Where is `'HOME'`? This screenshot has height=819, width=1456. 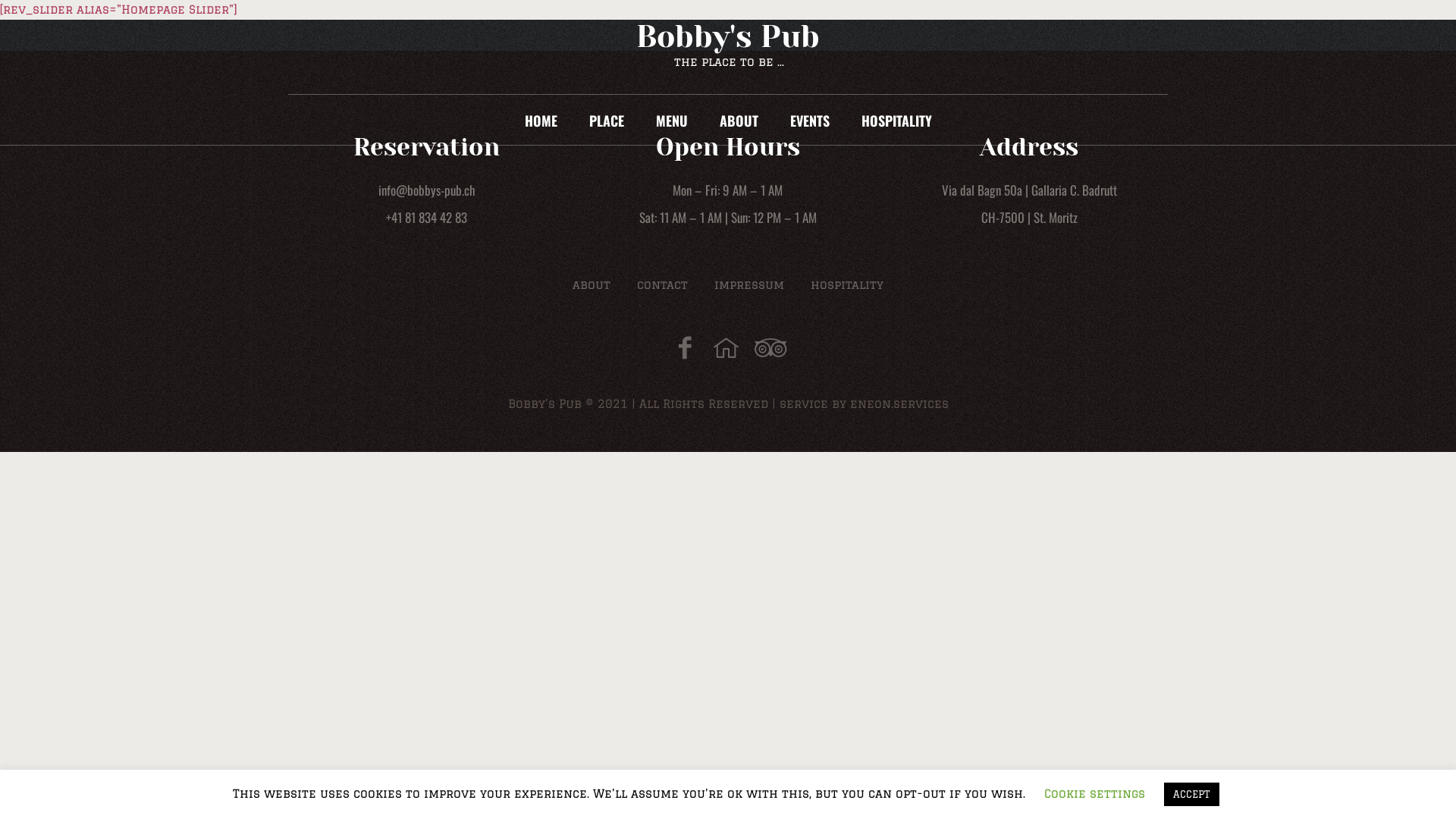 'HOME' is located at coordinates (540, 119).